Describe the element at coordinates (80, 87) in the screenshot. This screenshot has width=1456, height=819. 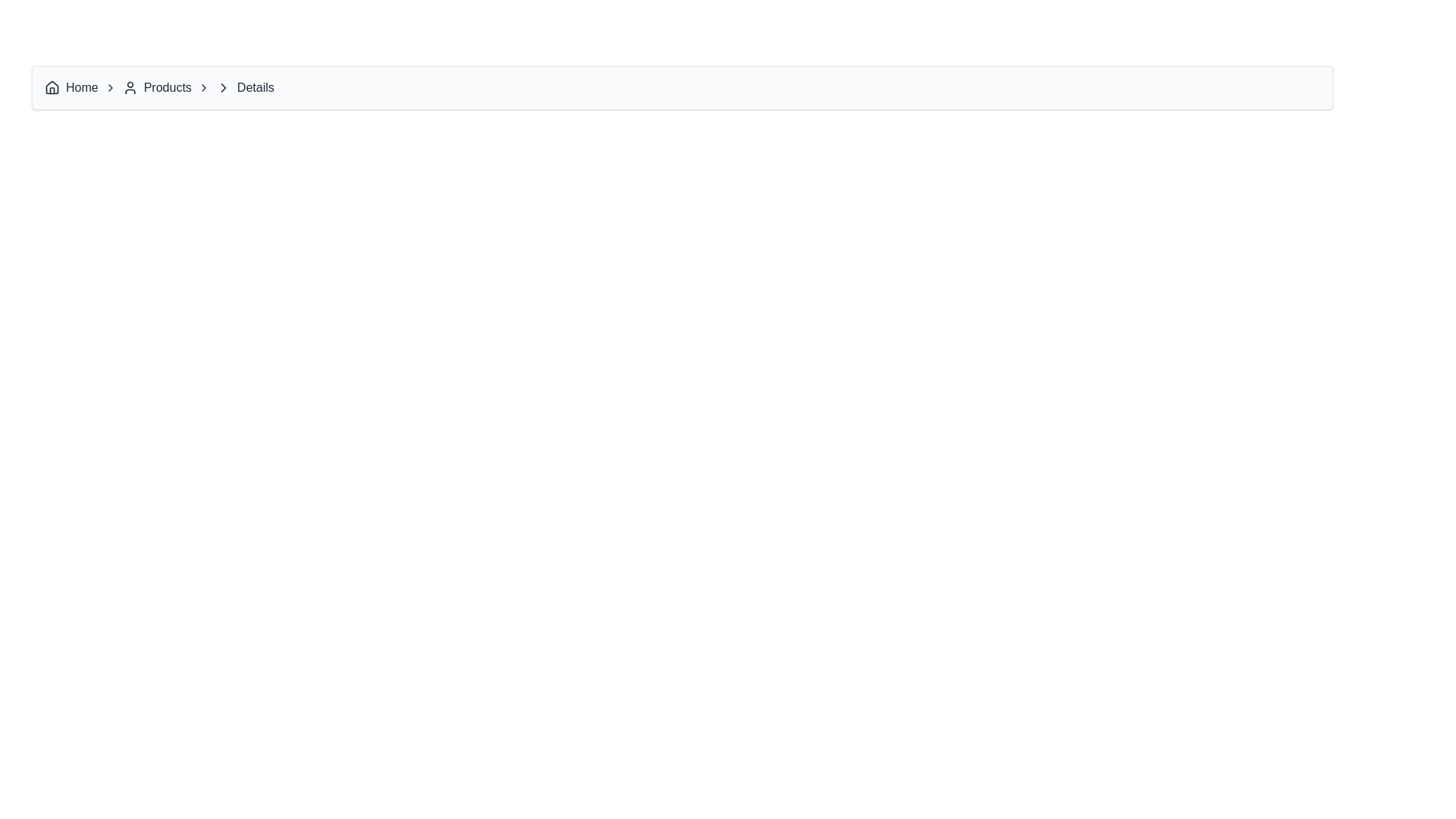
I see `the 'Home' breadcrumb navigation link, which is the first segment in the breadcrumb line` at that location.